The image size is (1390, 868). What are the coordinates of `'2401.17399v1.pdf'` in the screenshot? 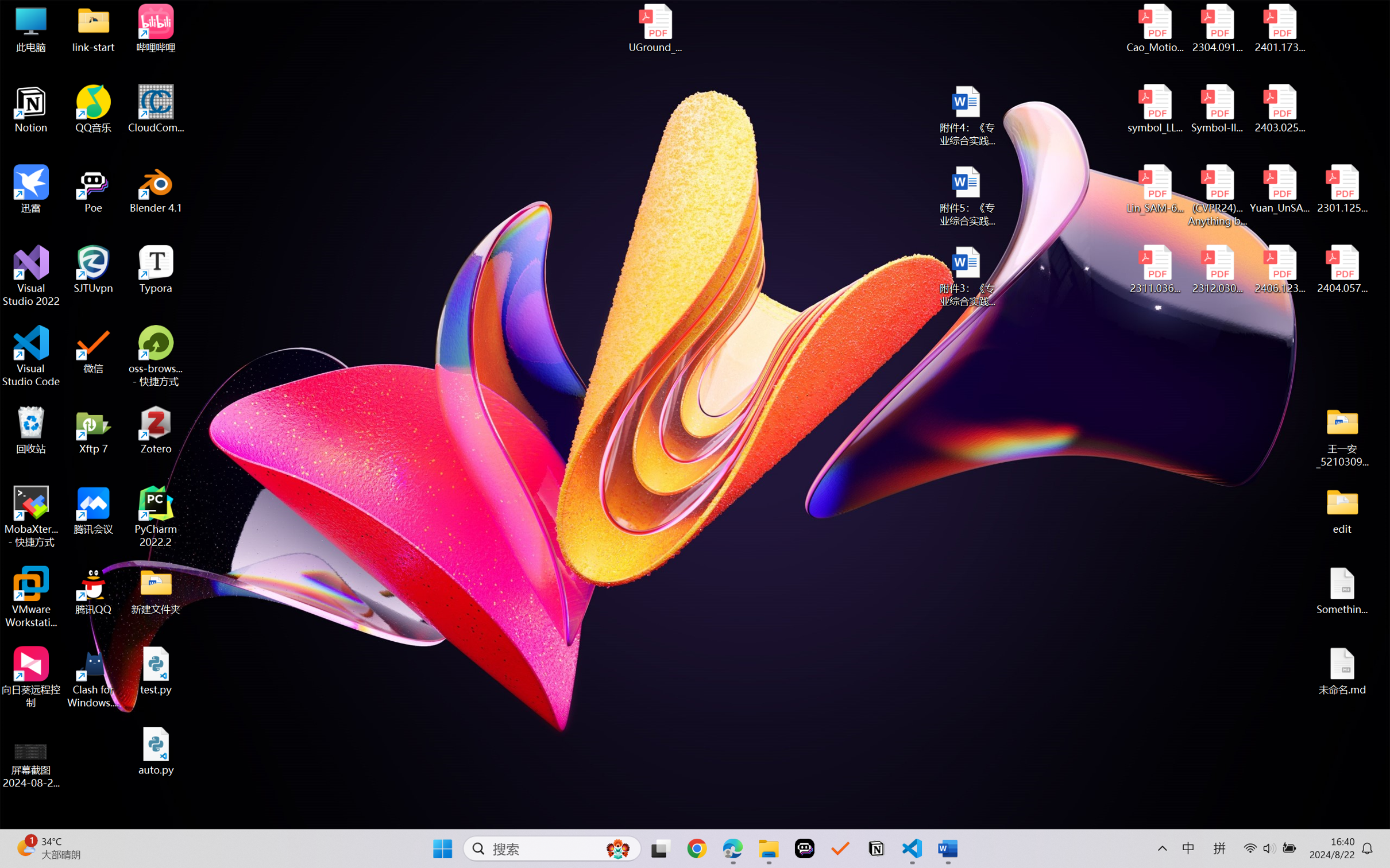 It's located at (1279, 28).